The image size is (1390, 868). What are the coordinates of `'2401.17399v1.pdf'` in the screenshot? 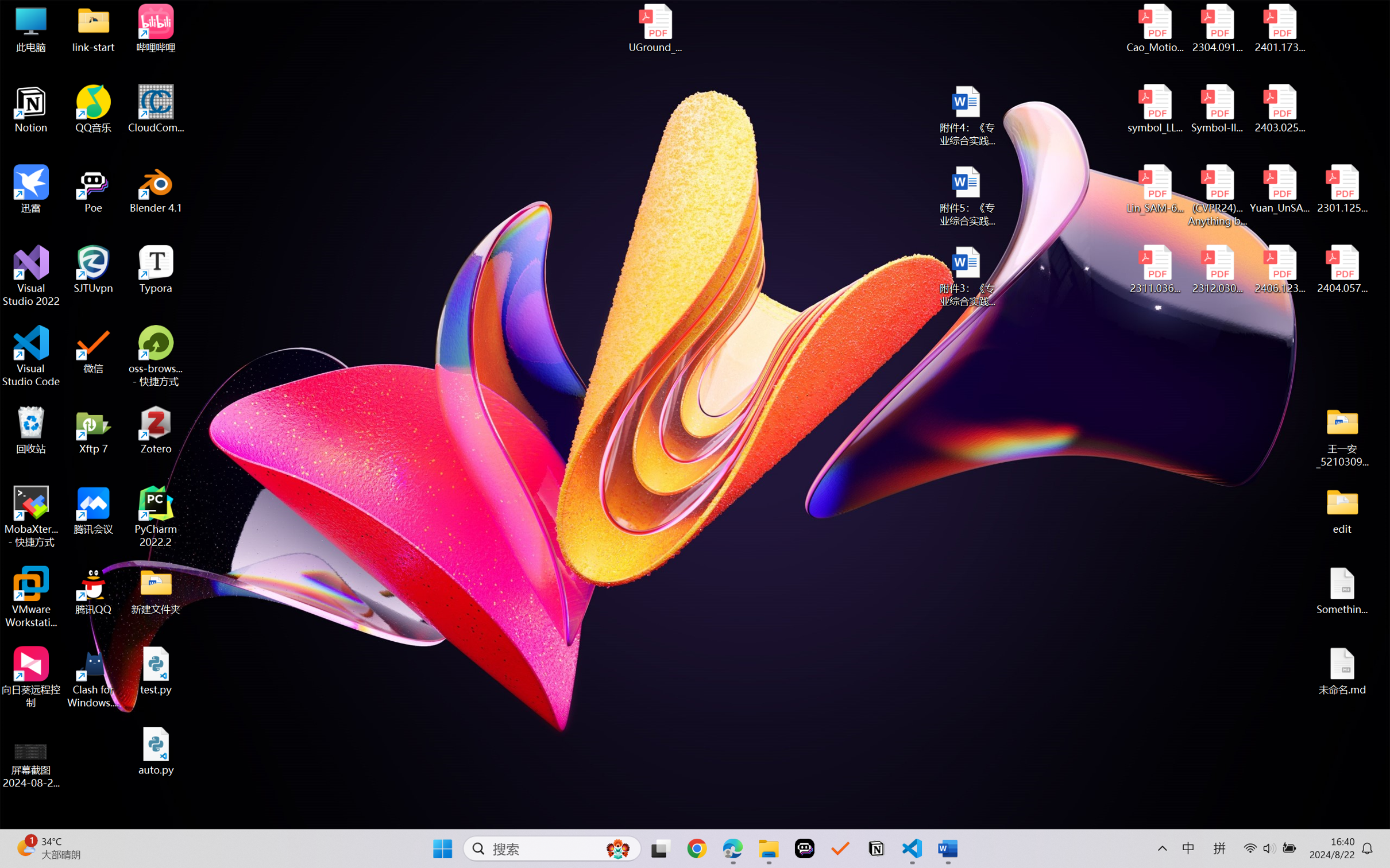 It's located at (1279, 28).